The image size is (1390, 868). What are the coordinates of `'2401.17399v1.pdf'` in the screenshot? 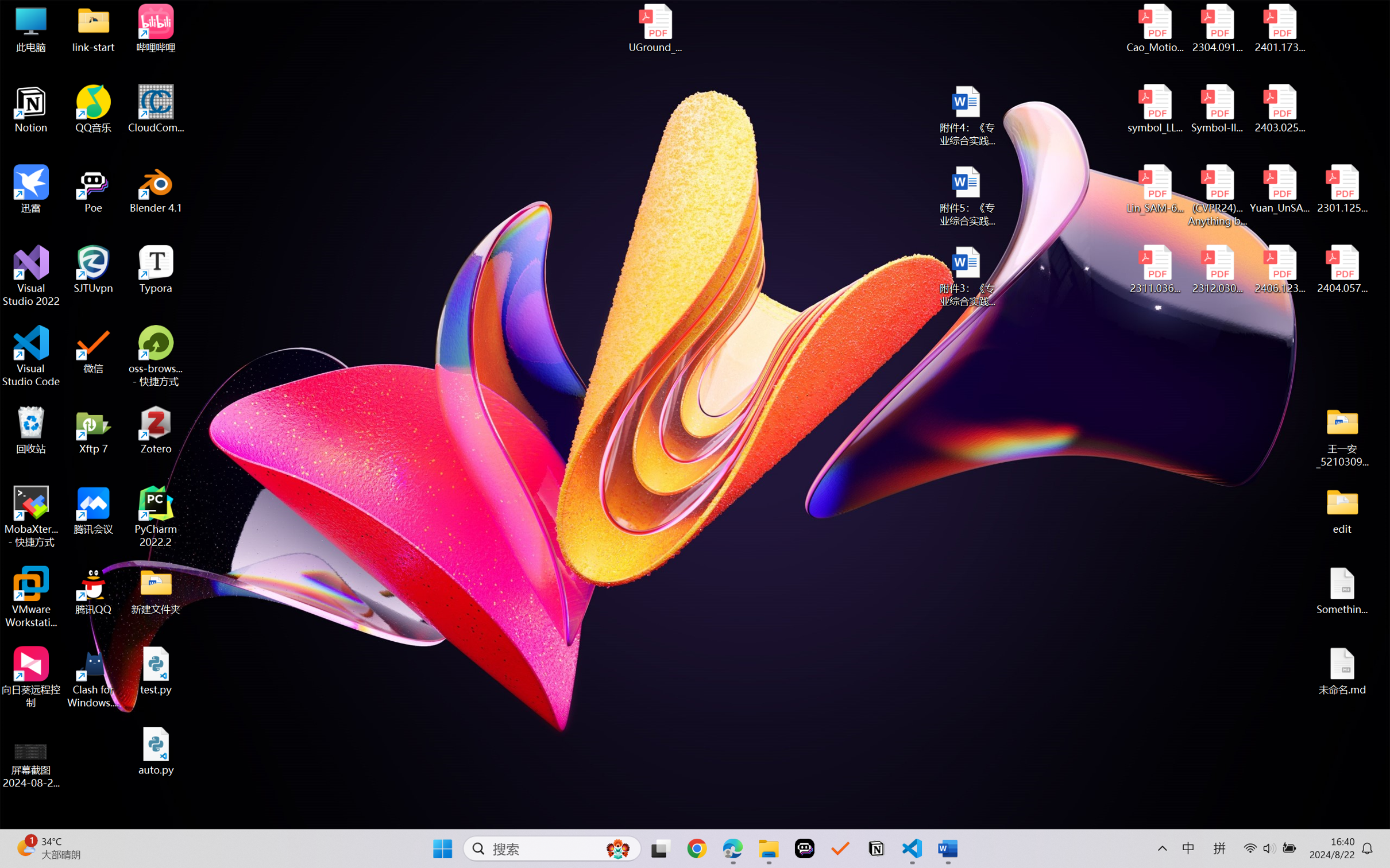 It's located at (1279, 28).